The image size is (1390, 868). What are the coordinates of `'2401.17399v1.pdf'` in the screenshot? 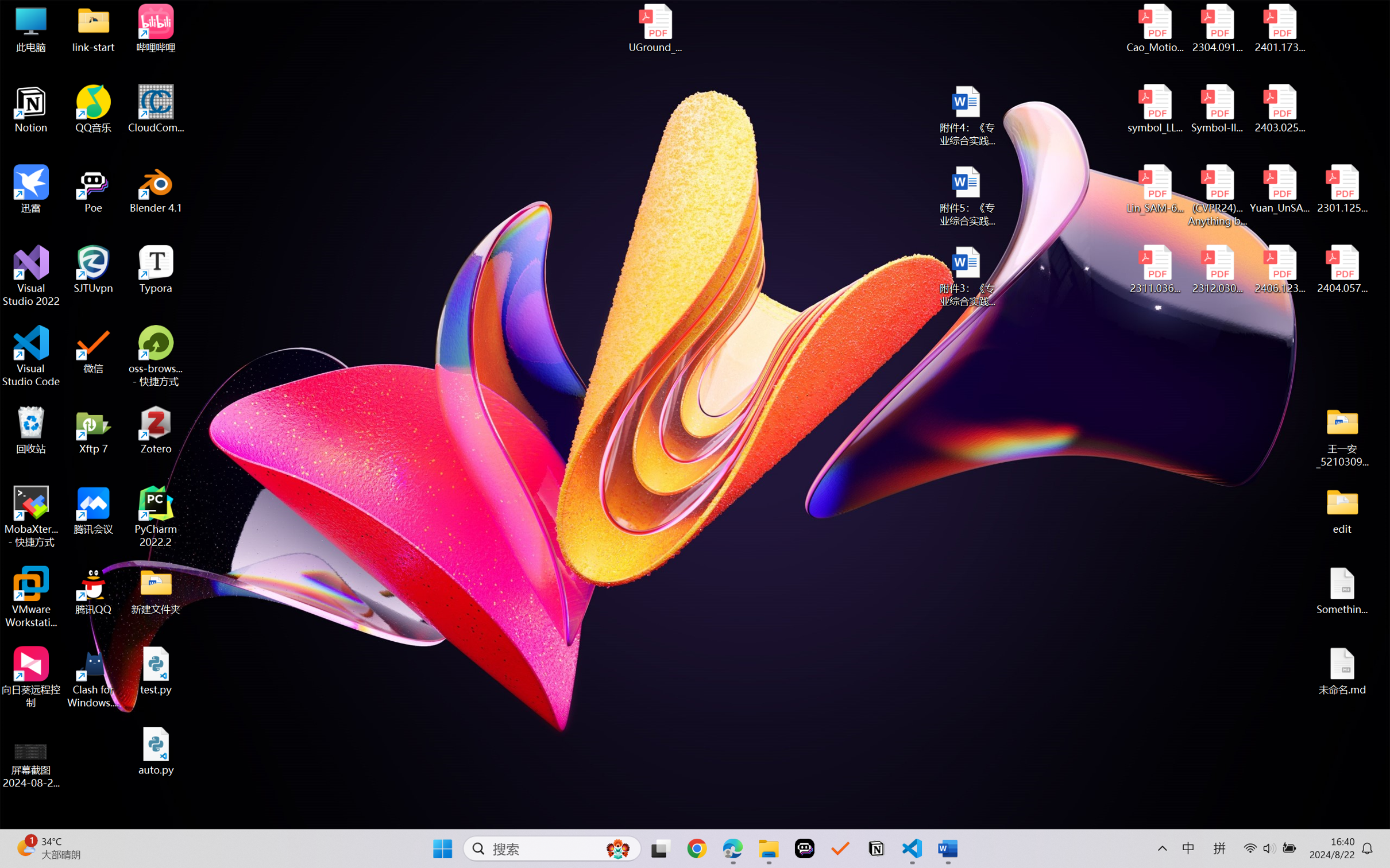 It's located at (1279, 28).